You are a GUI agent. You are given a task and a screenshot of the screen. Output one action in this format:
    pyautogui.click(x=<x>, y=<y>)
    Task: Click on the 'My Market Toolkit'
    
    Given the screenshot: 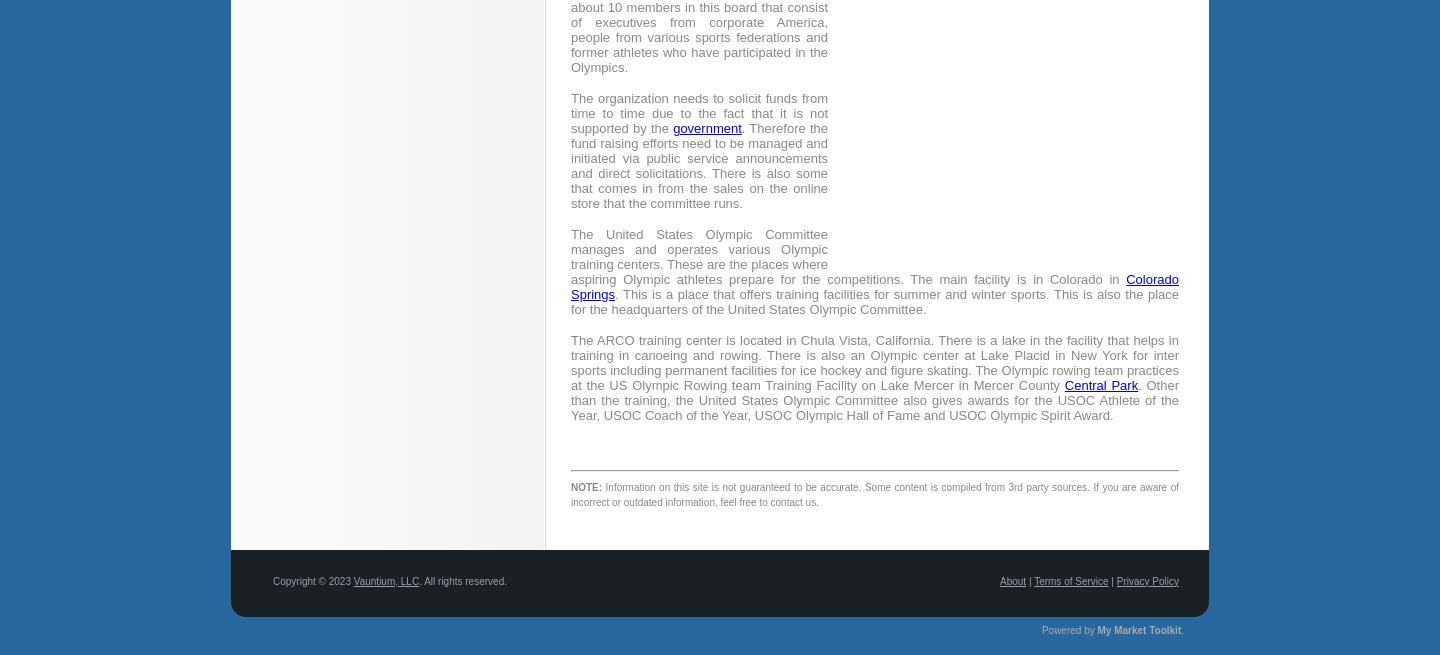 What is the action you would take?
    pyautogui.click(x=1138, y=629)
    